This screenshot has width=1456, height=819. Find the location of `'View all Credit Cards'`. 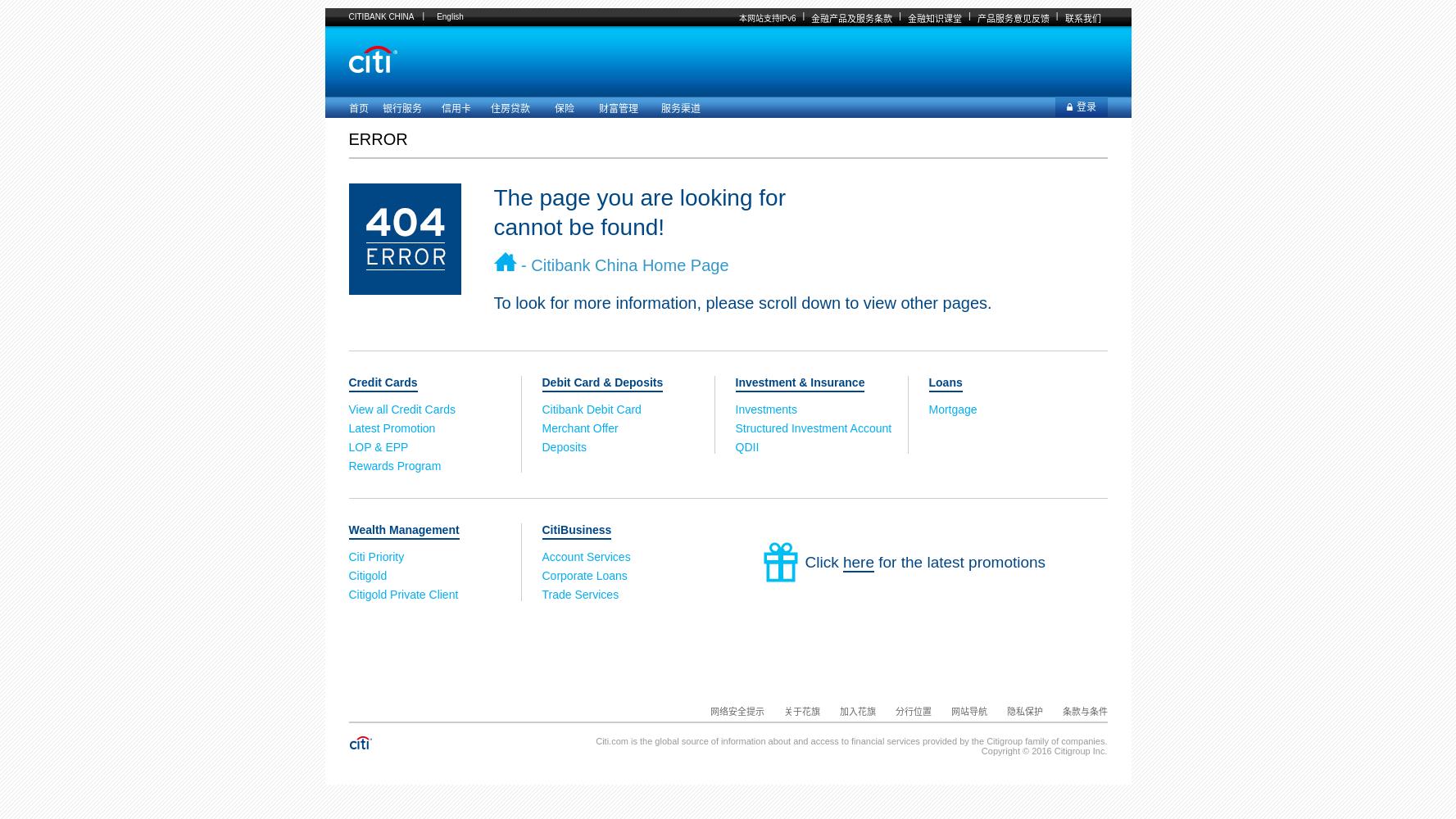

'View all Credit Cards' is located at coordinates (403, 409).